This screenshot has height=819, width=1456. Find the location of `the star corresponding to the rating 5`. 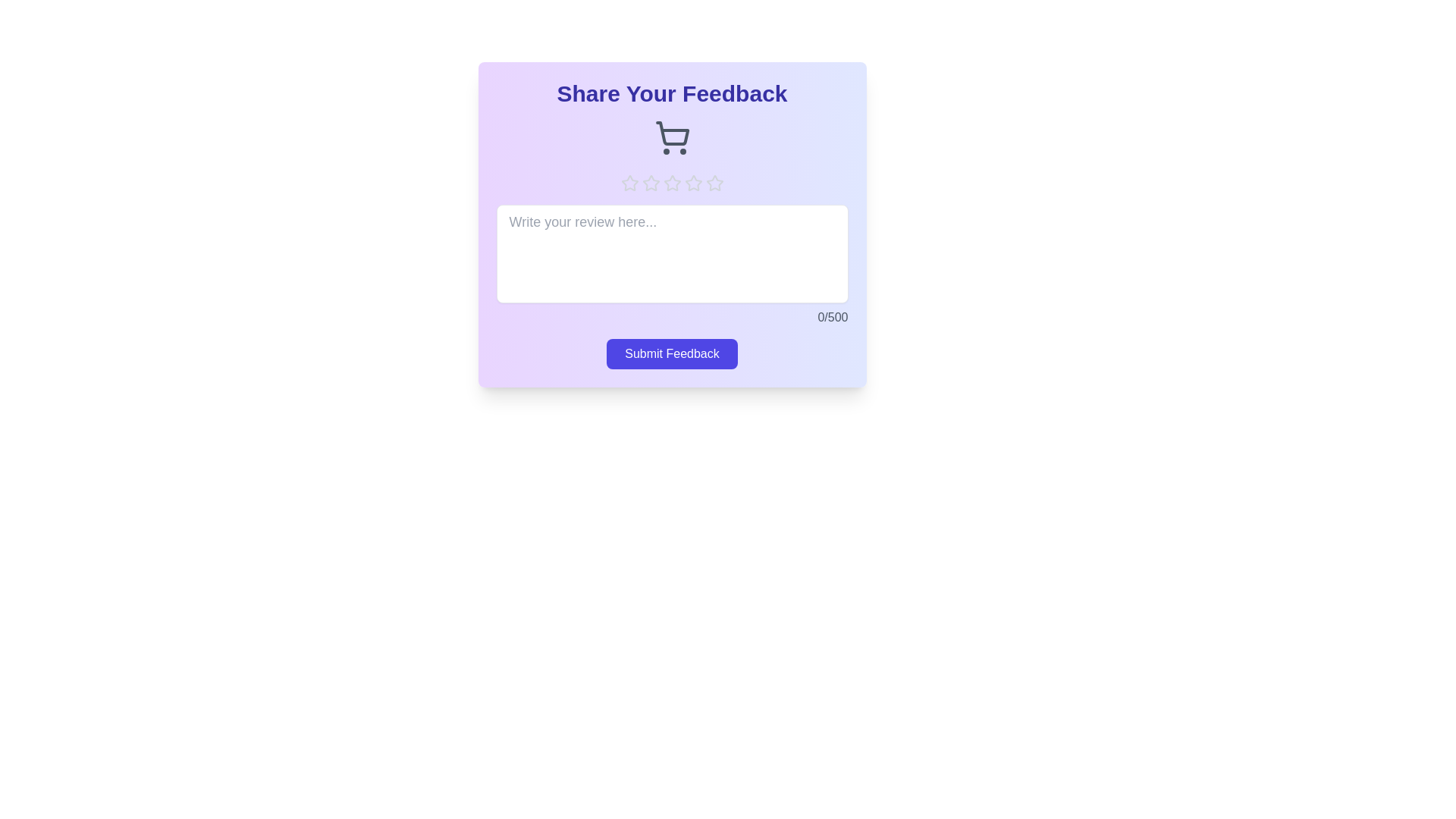

the star corresponding to the rating 5 is located at coordinates (714, 183).